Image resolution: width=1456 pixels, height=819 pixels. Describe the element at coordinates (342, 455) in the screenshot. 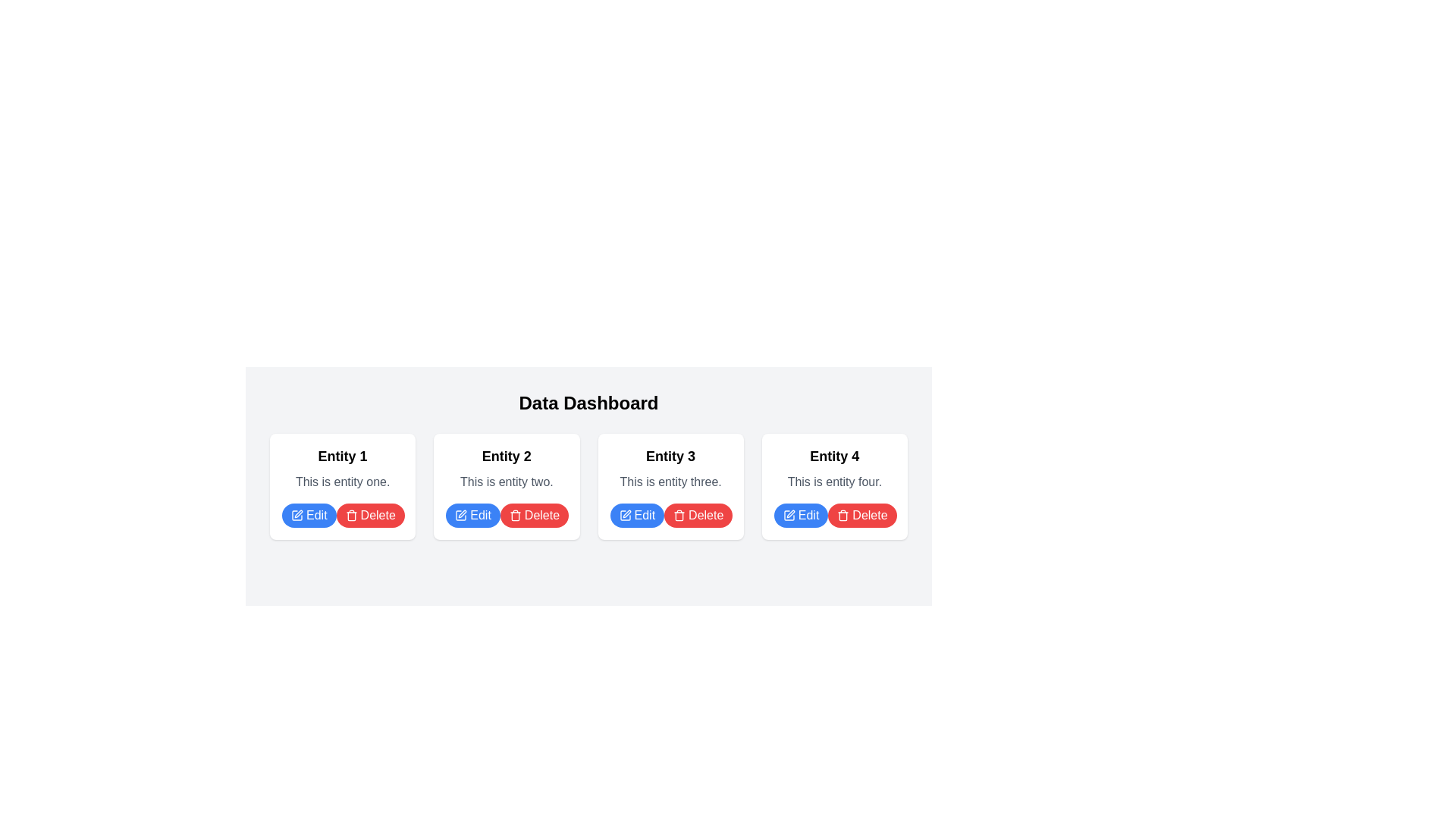

I see `the text label displaying 'Entity 1', which is positioned at the top of the first card in a grid layout on the 'Data Dashboard'` at that location.